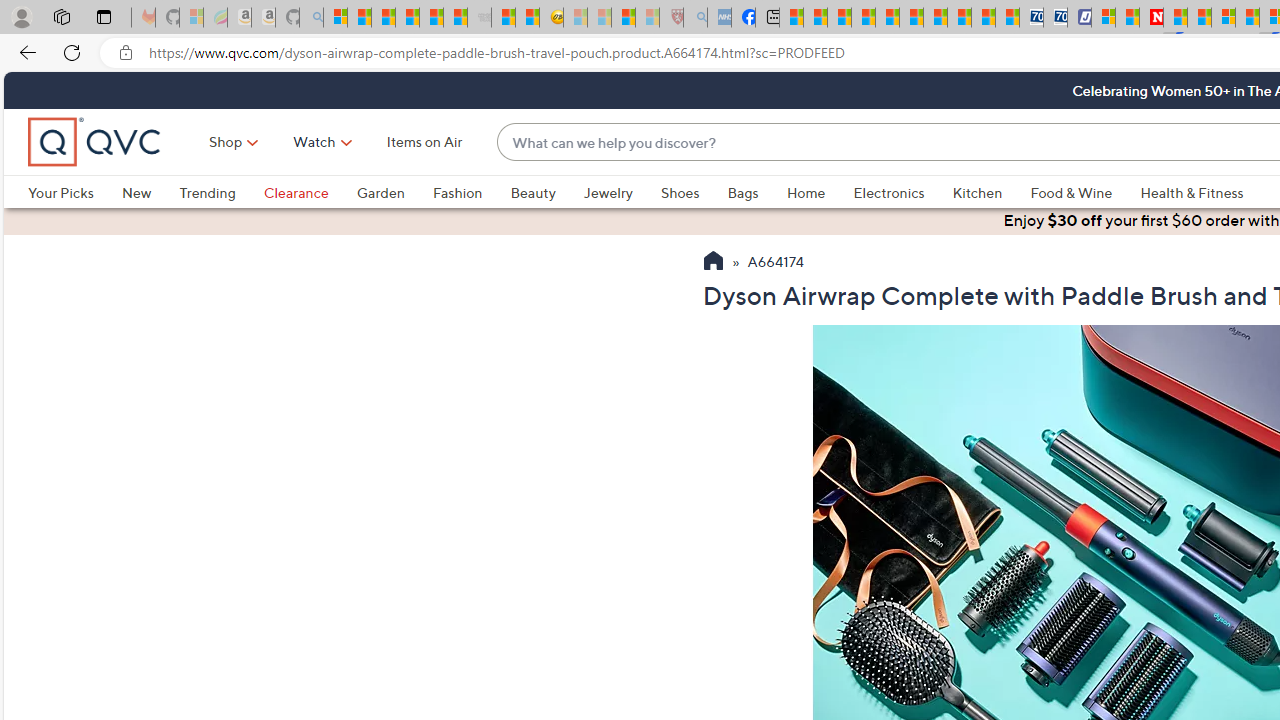 This screenshot has width=1280, height=720. What do you see at coordinates (430, 17) in the screenshot?
I see `'New Report Confirms 2023 Was Record Hot | Watch'` at bounding box center [430, 17].